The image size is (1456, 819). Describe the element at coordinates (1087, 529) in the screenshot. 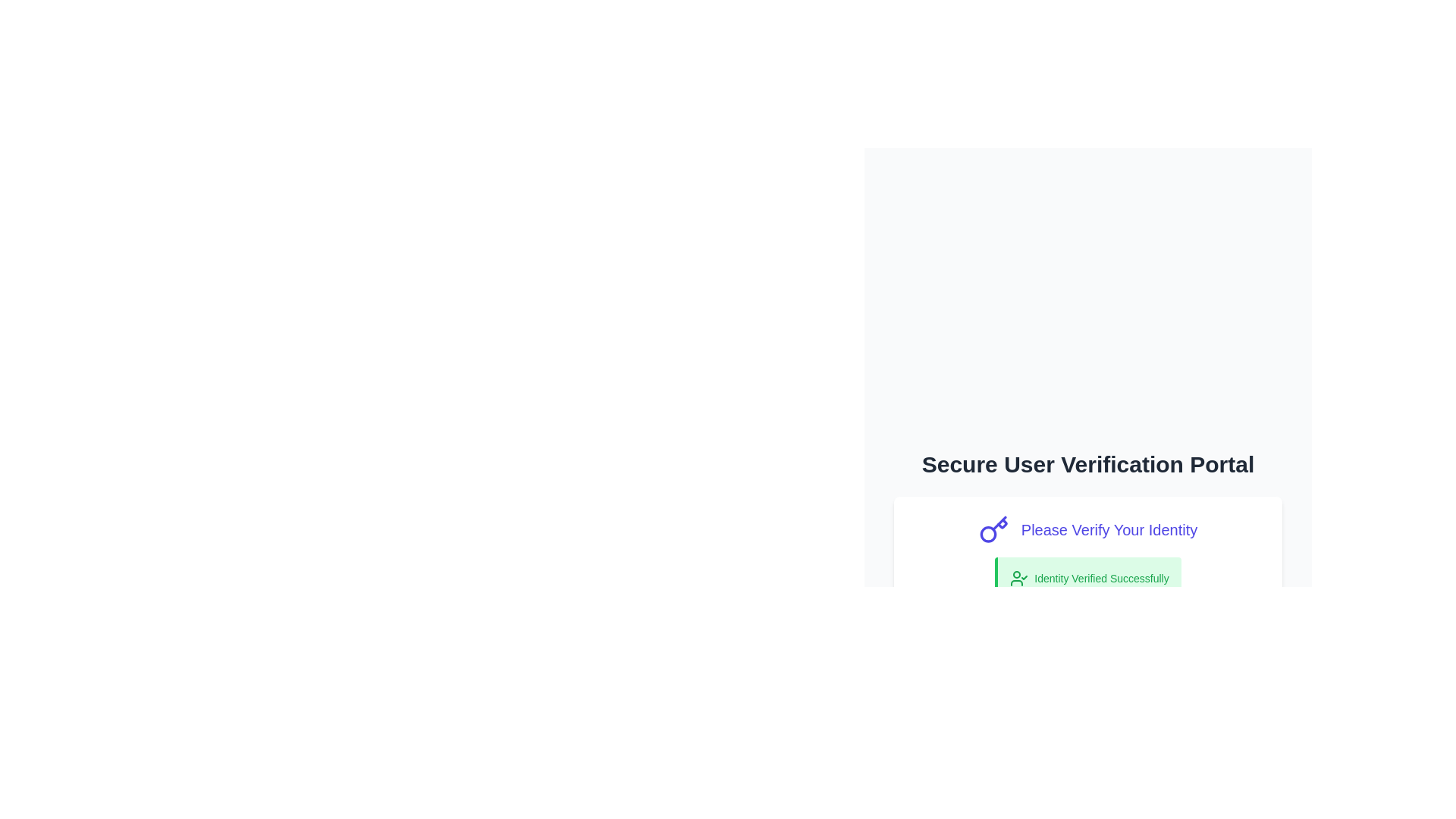

I see `text displayed in the Text block located at the top of the rectangular card-shaped section, which instructs the user to verify their identity` at that location.